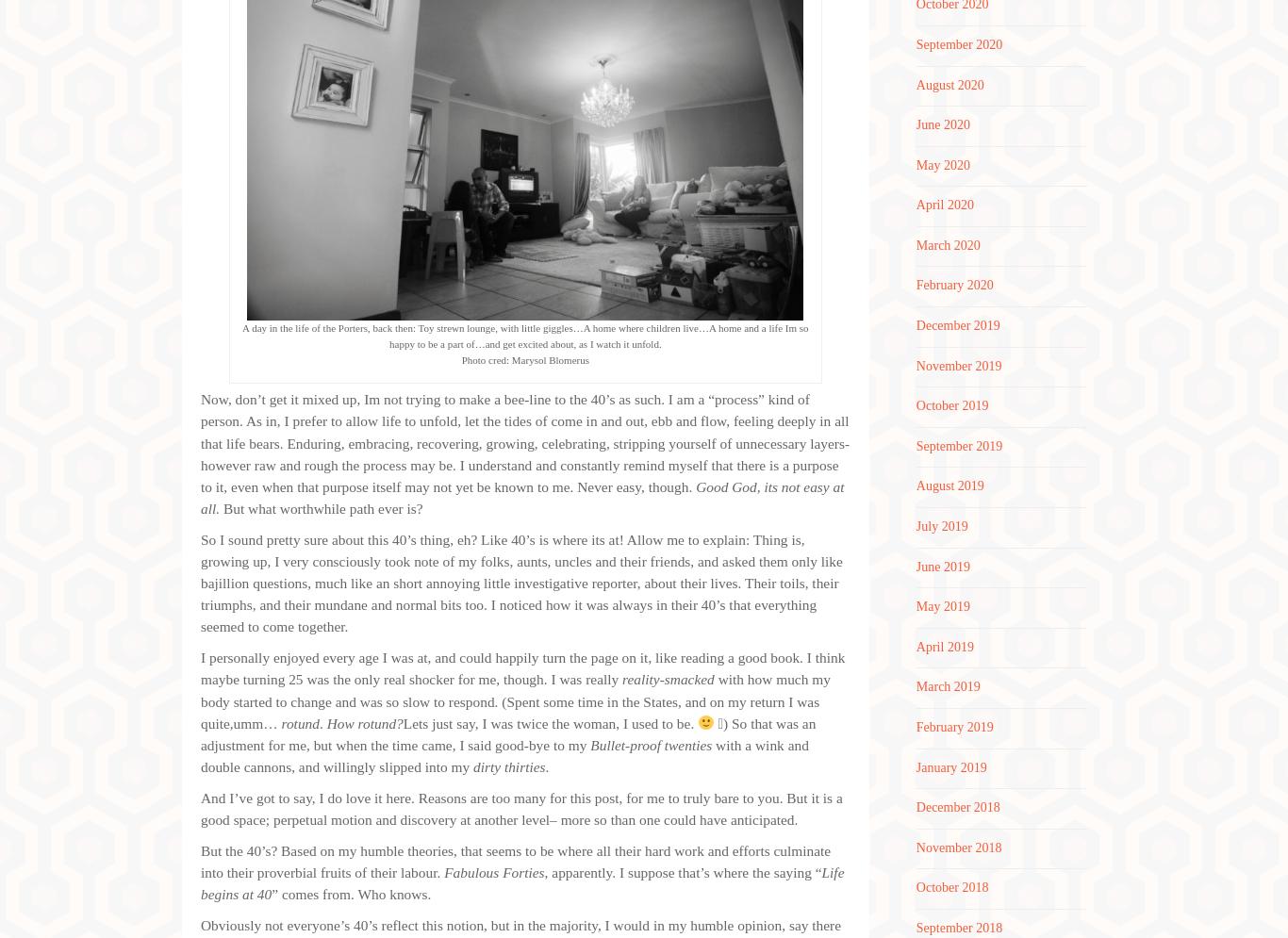 The width and height of the screenshot is (1288, 938). Describe the element at coordinates (915, 565) in the screenshot. I see `'June 2019'` at that location.